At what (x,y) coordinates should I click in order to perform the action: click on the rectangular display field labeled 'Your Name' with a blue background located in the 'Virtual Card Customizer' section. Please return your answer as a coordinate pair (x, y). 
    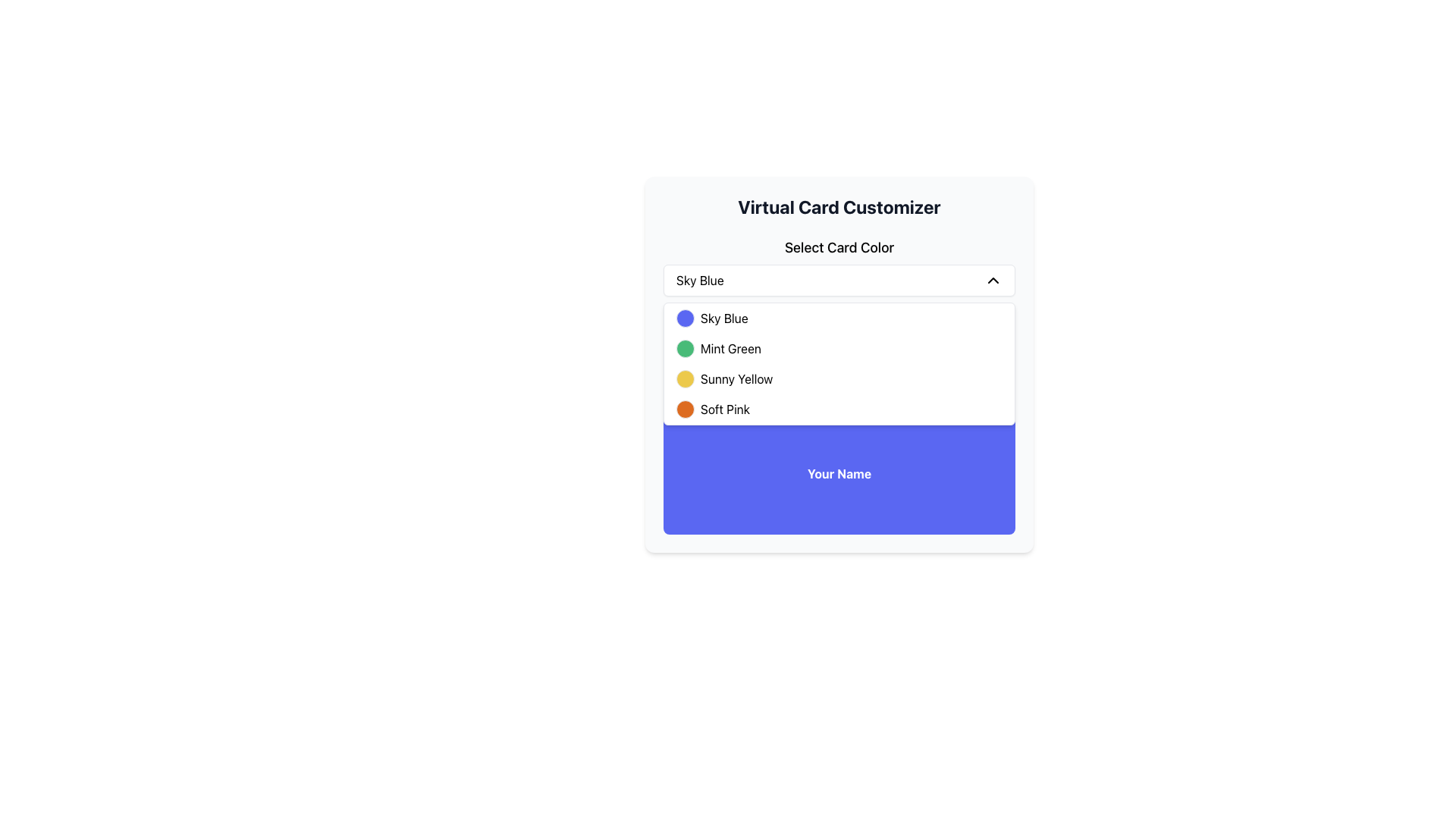
    Looking at the image, I should click on (839, 459).